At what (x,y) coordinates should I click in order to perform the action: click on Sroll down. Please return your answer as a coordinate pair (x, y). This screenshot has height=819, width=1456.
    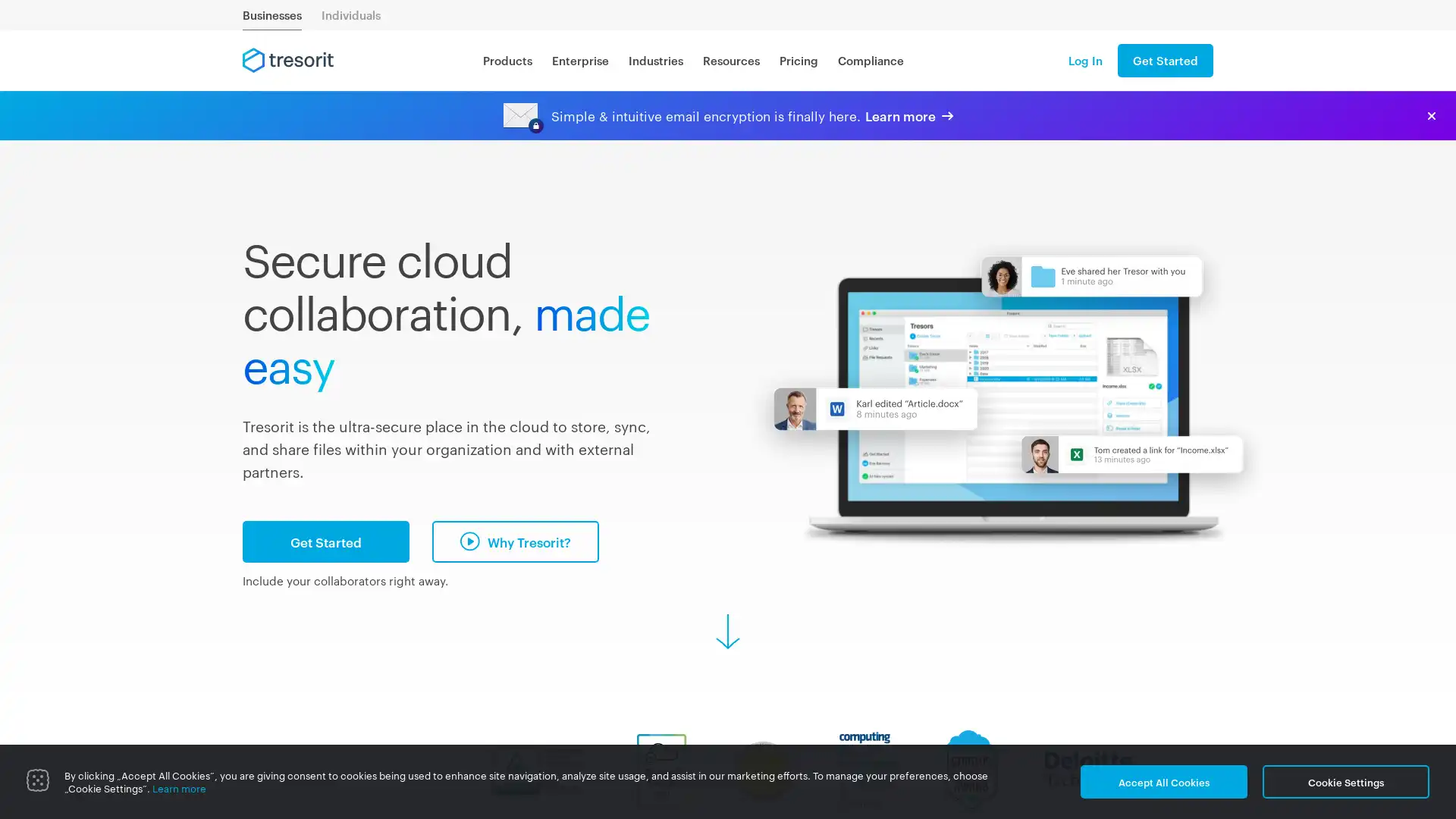
    Looking at the image, I should click on (728, 632).